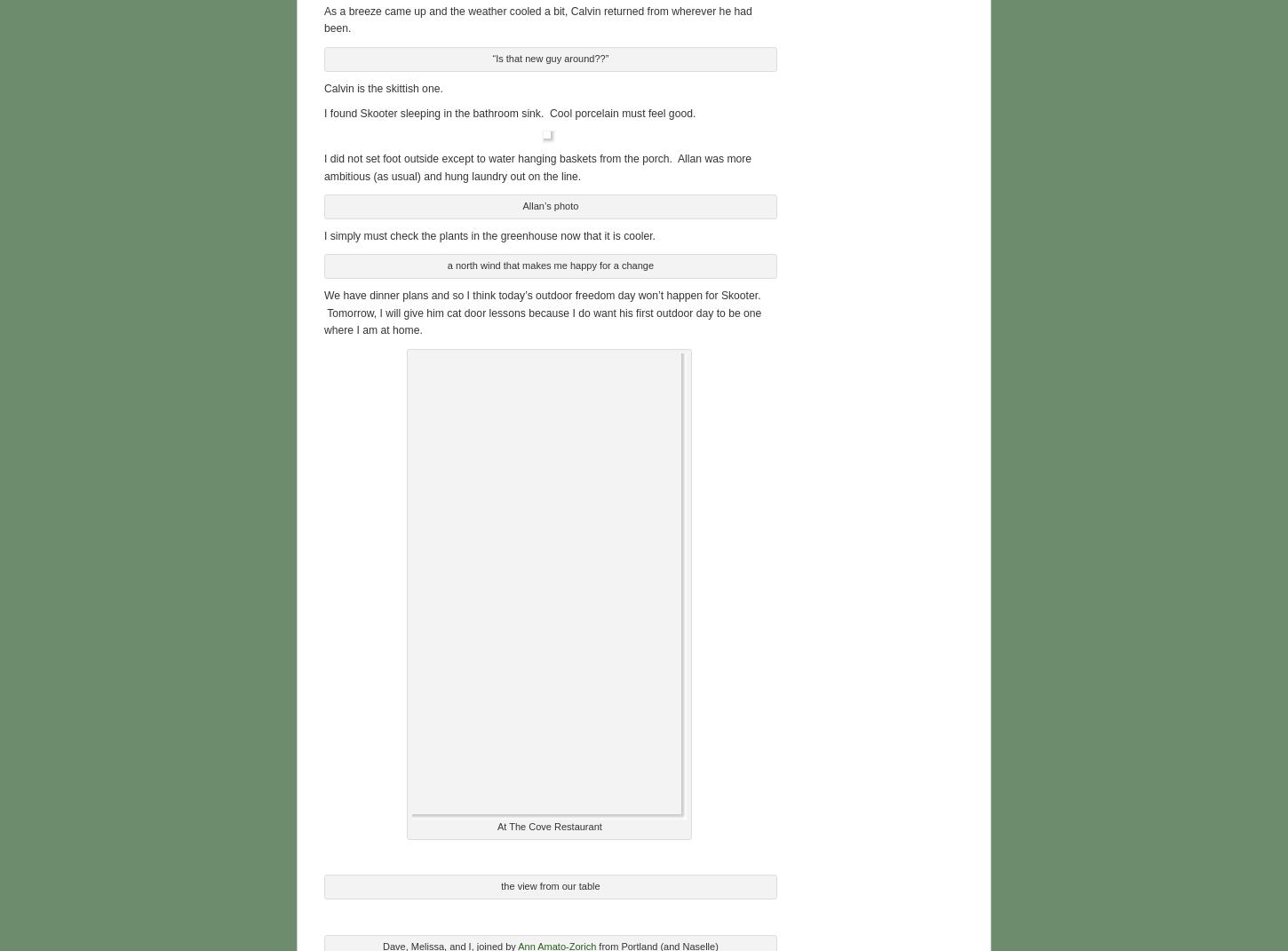  Describe the element at coordinates (382, 86) in the screenshot. I see `'Calvin is the skittish one.'` at that location.